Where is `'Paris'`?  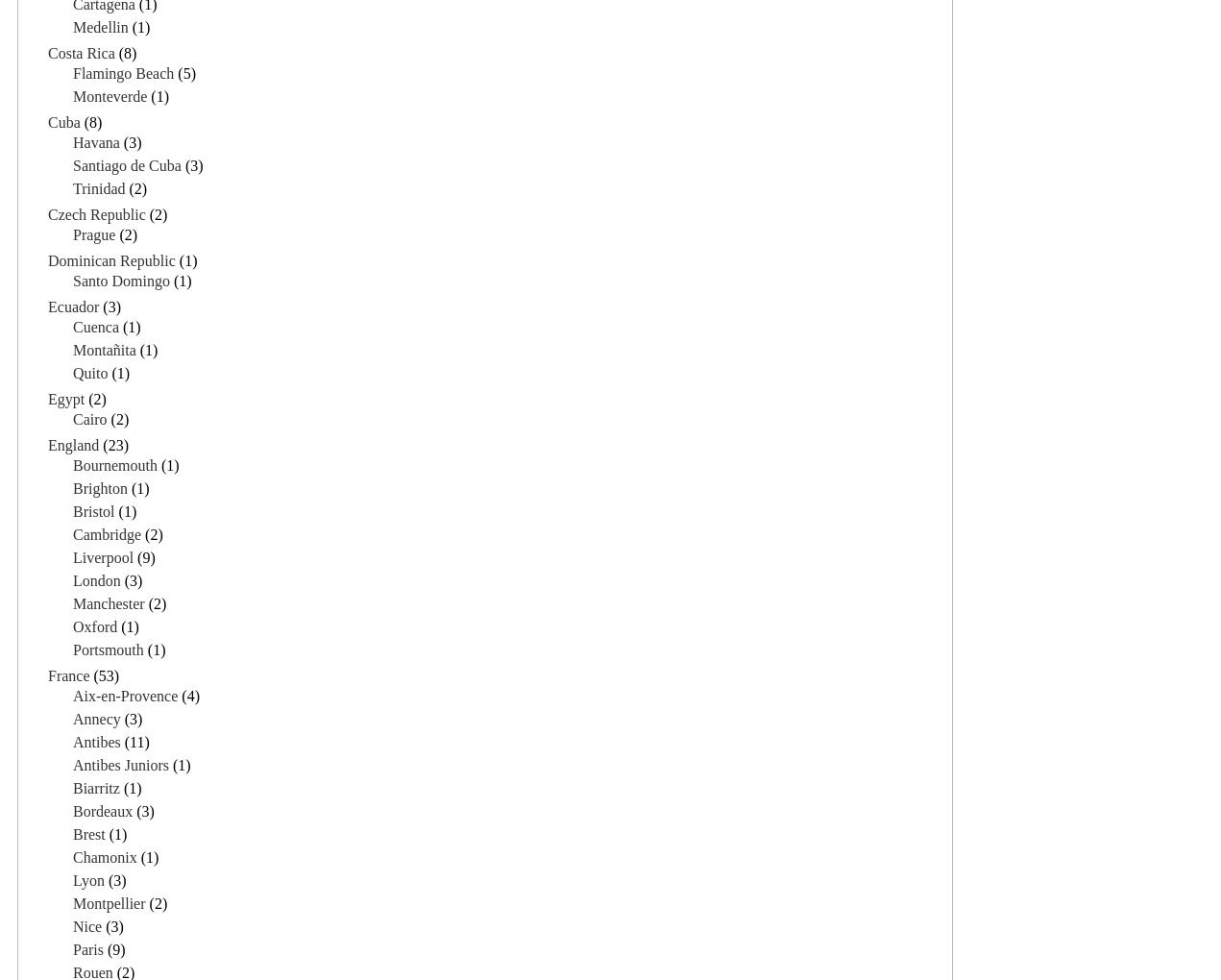 'Paris' is located at coordinates (73, 948).